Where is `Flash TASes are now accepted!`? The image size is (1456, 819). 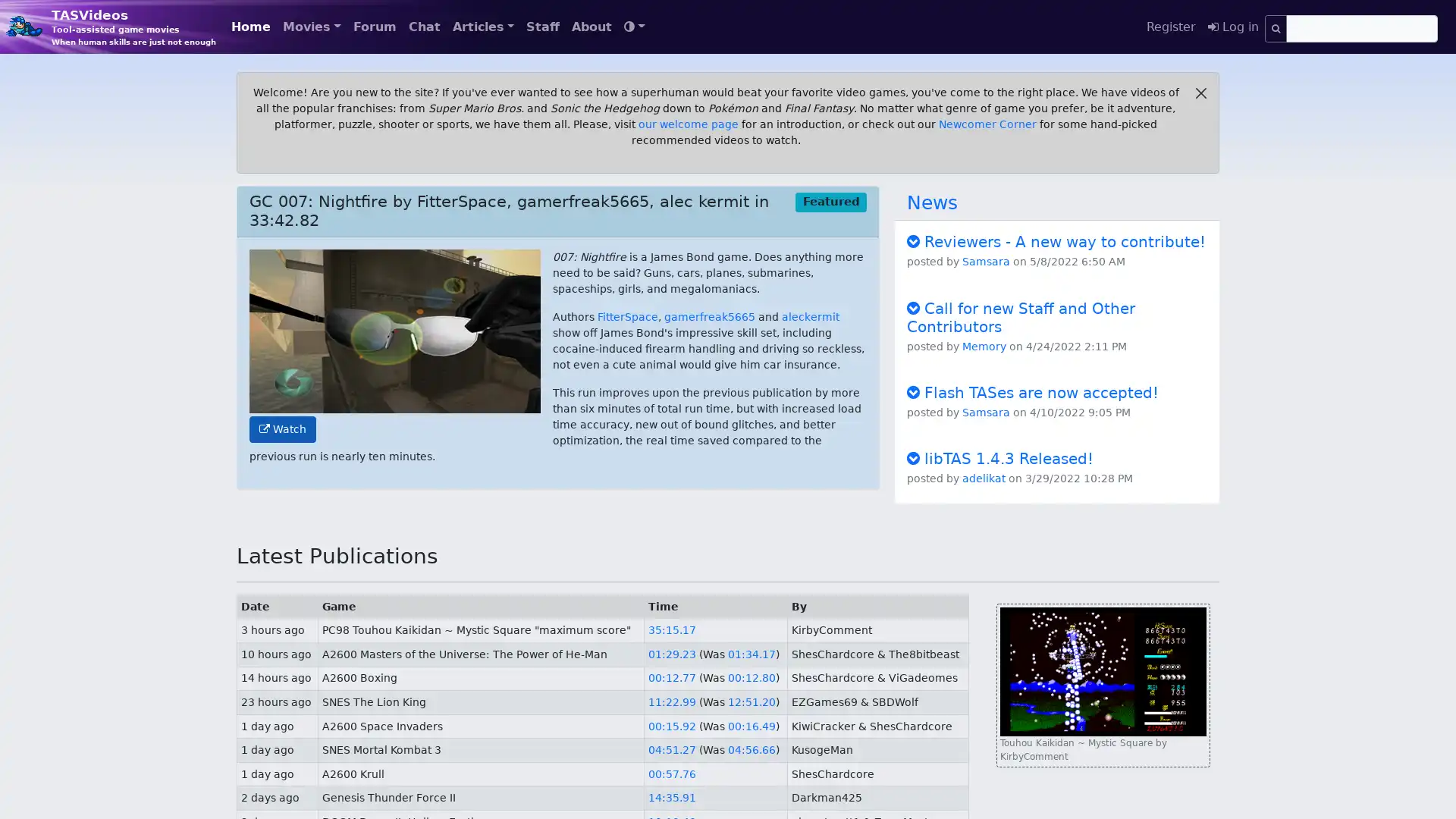
Flash TASes are now accepted! is located at coordinates (1032, 391).